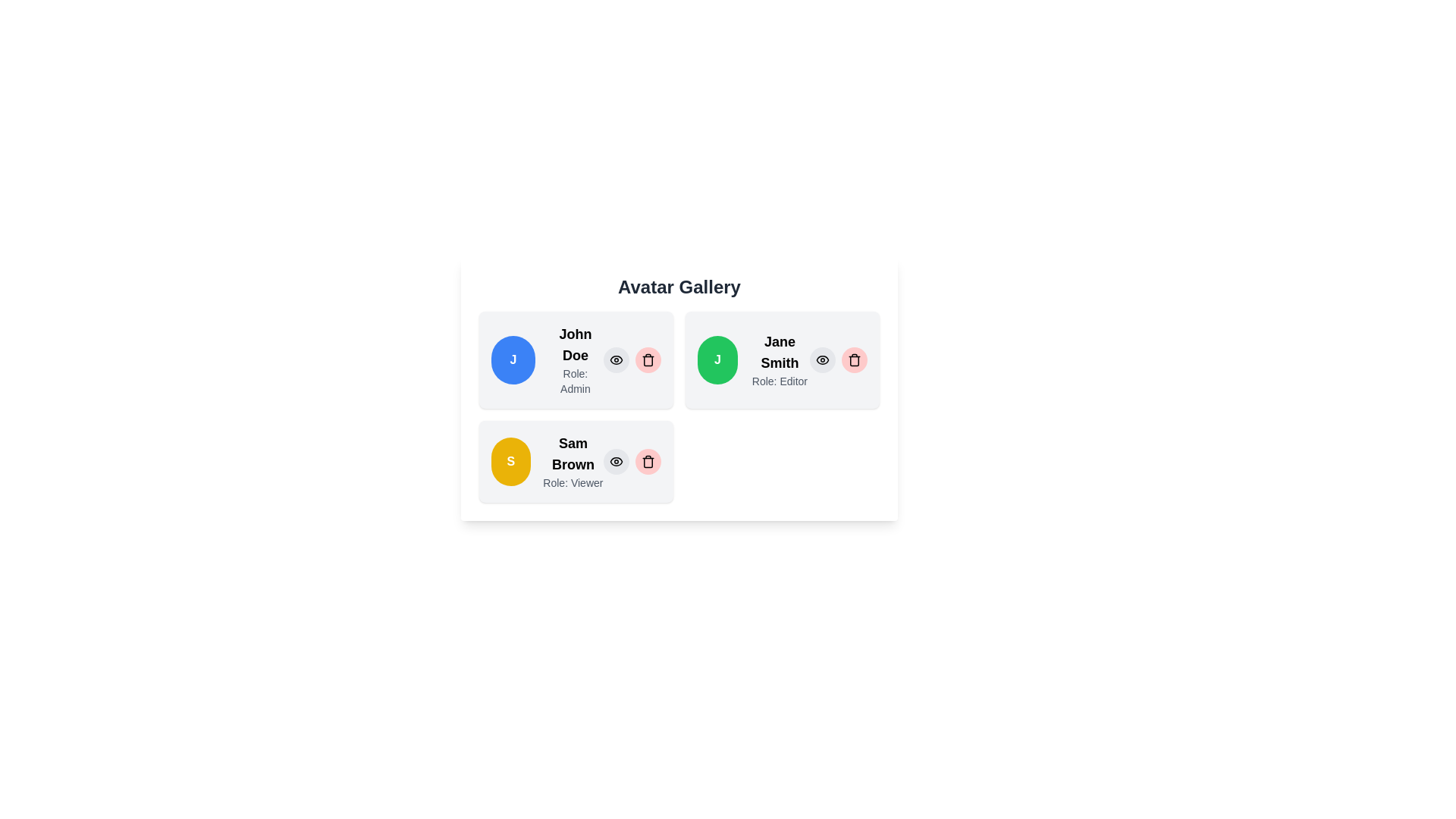 The width and height of the screenshot is (1456, 819). What do you see at coordinates (821, 359) in the screenshot?
I see `the button that toggles the visibility of details associated with 'Jane Smith'` at bounding box center [821, 359].